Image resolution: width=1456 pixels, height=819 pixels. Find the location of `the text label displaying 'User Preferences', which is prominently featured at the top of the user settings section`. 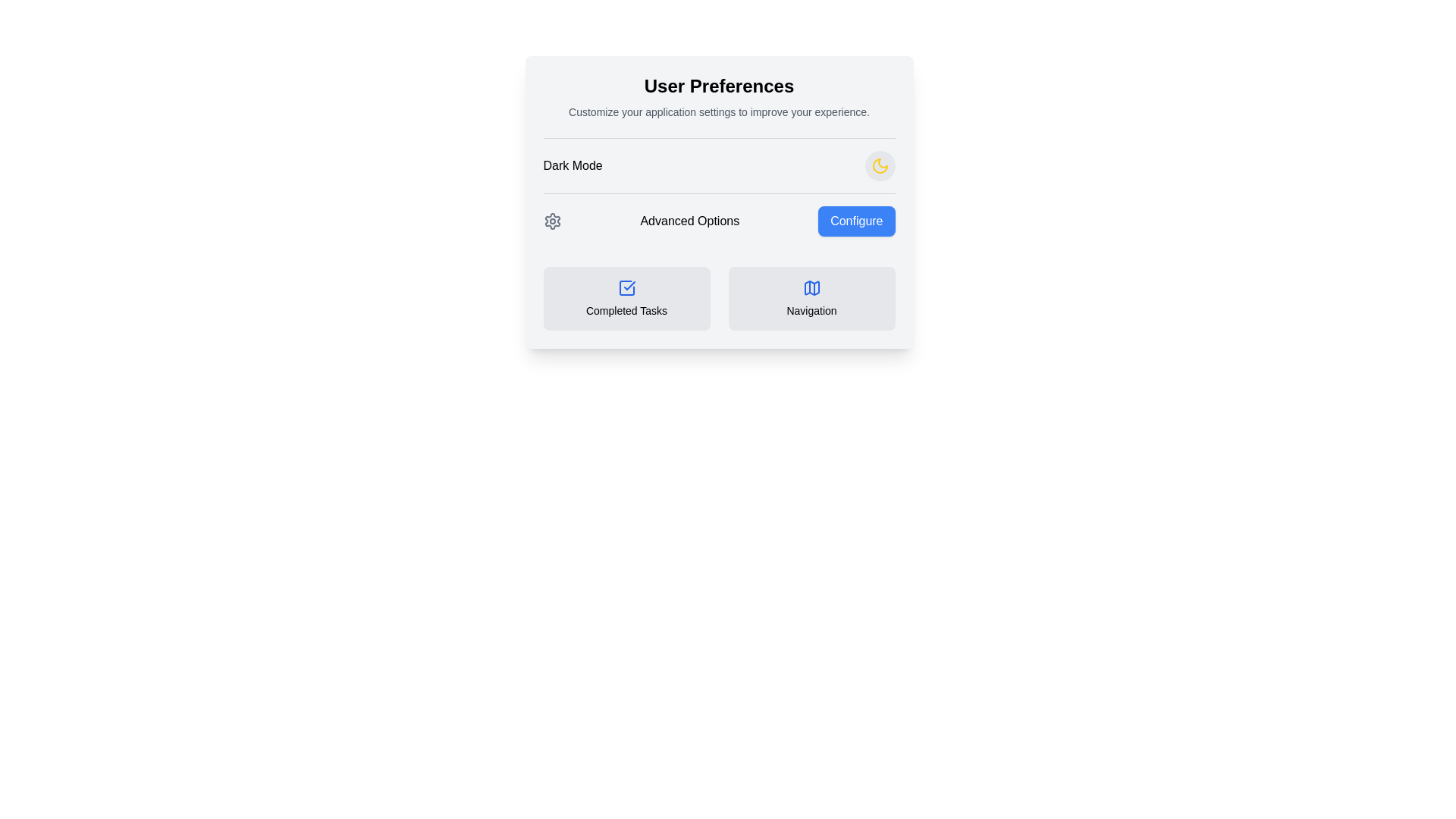

the text label displaying 'User Preferences', which is prominently featured at the top of the user settings section is located at coordinates (718, 86).